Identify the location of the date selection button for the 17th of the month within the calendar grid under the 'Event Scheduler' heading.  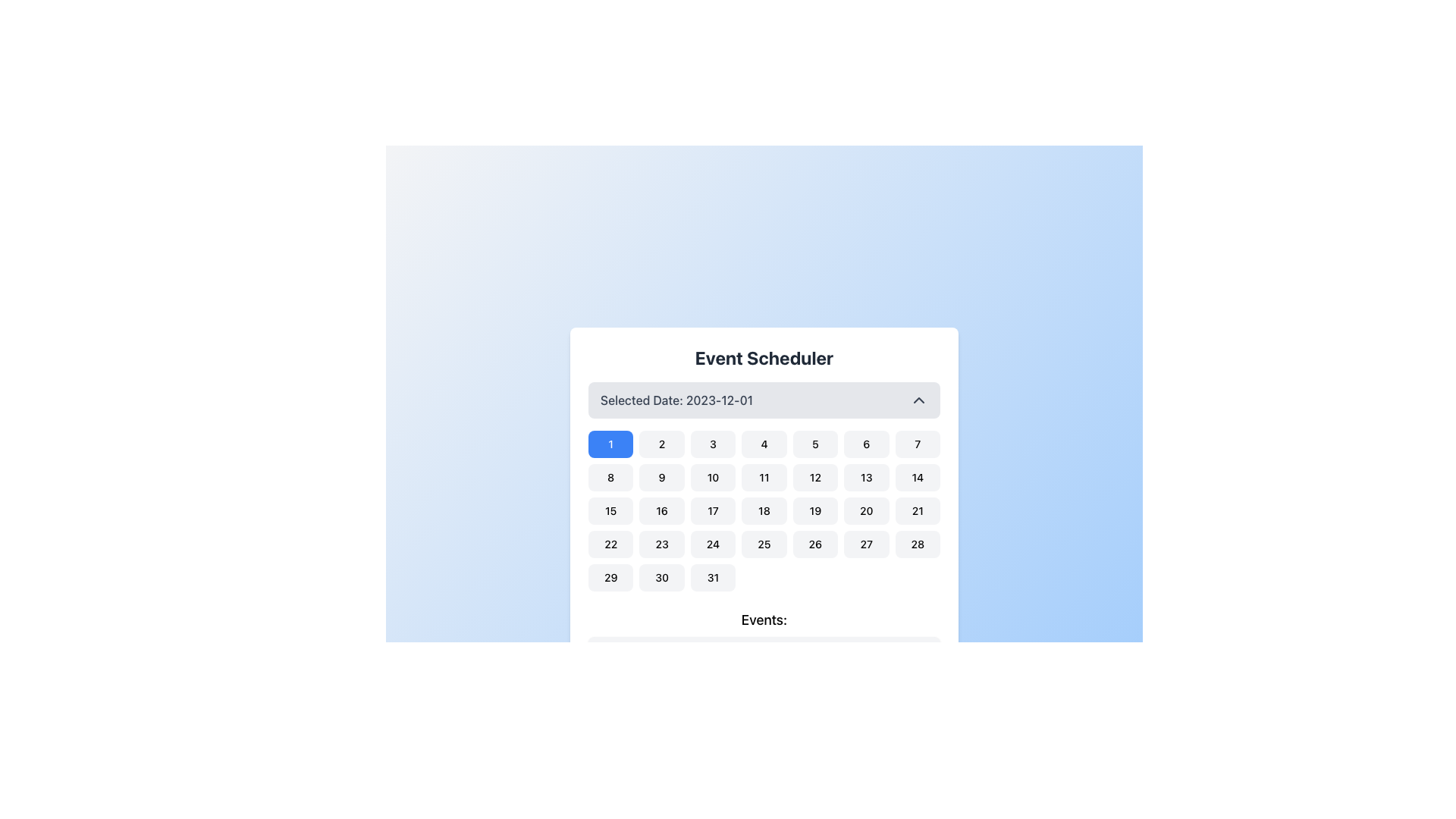
(712, 511).